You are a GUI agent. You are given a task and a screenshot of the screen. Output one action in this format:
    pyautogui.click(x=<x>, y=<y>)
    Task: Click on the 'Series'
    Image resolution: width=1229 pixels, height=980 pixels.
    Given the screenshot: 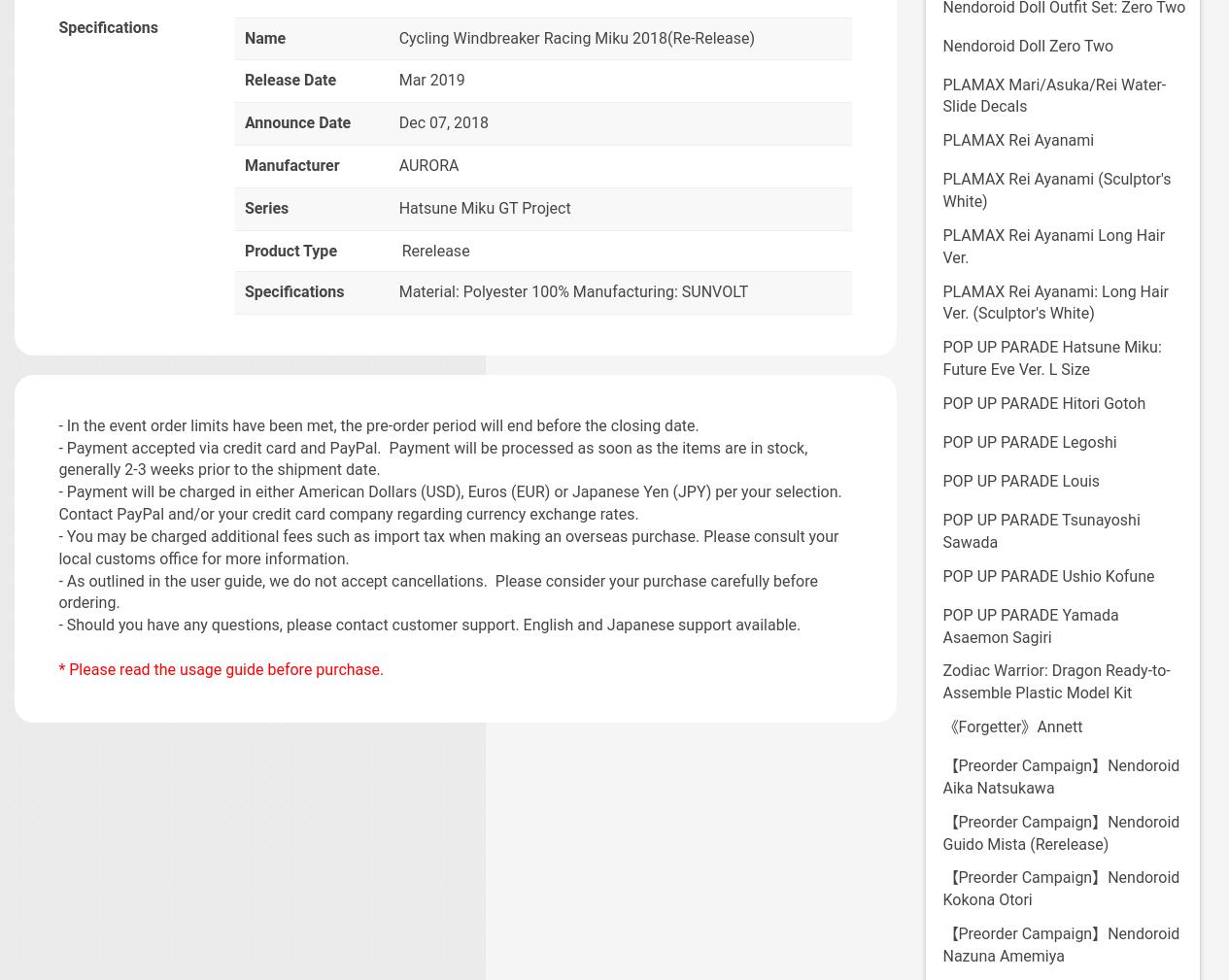 What is the action you would take?
    pyautogui.click(x=243, y=207)
    